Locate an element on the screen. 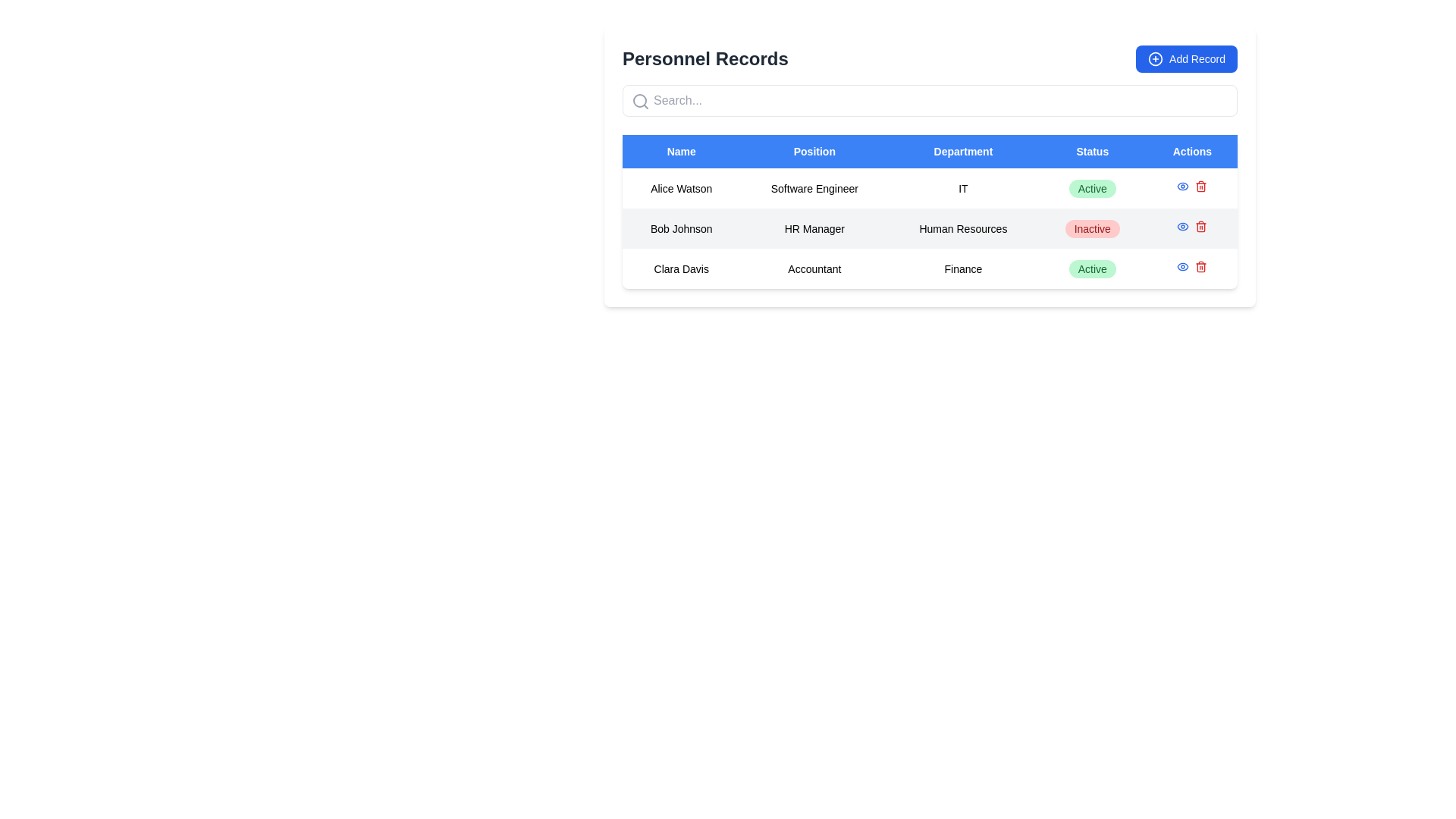 The image size is (1456, 819). the trash can icon in the Actions column of the second row of the data table to initiate deletion is located at coordinates (1200, 187).